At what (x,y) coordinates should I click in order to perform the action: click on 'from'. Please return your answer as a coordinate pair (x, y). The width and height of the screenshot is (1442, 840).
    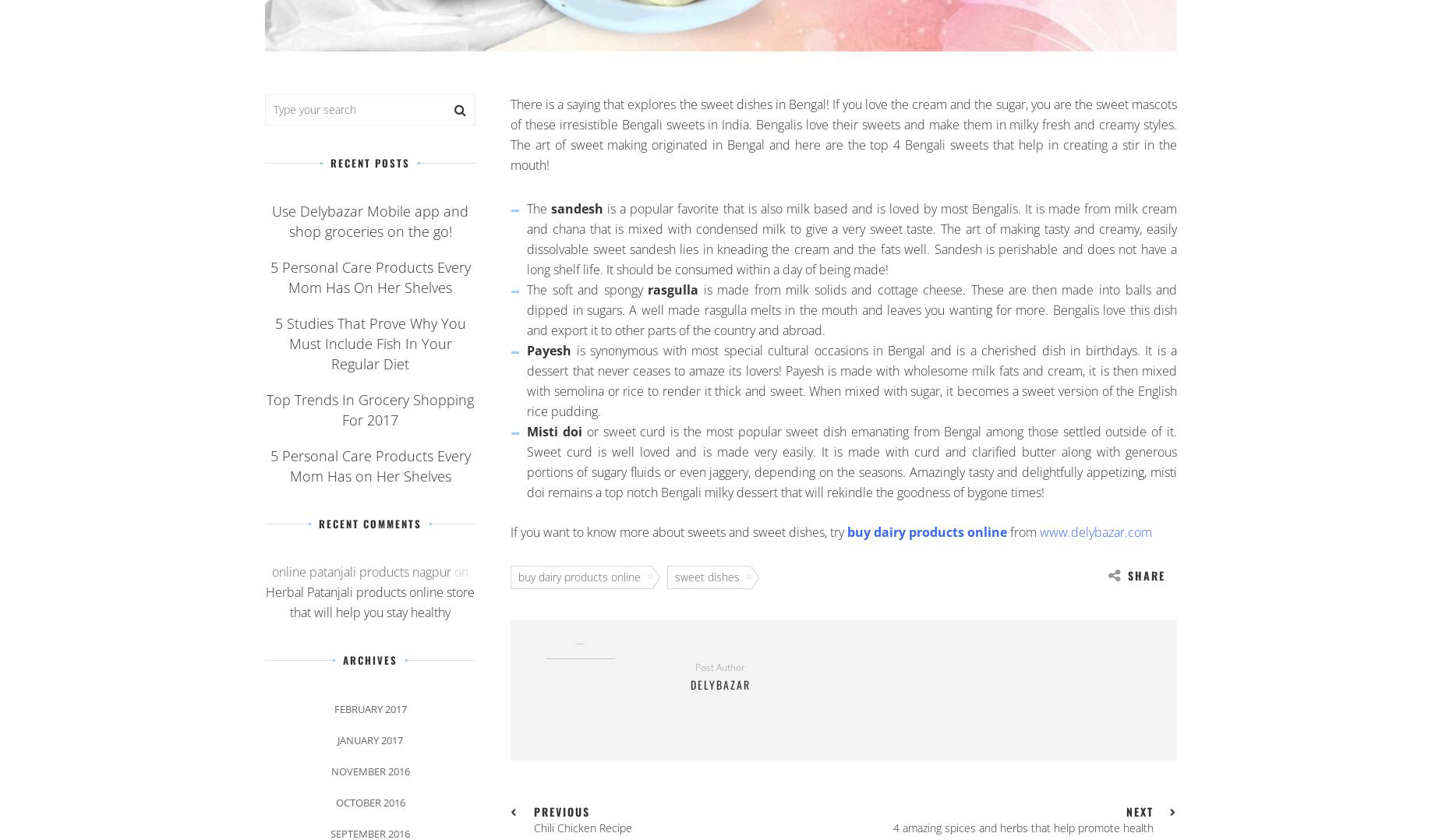
    Looking at the image, I should click on (1022, 532).